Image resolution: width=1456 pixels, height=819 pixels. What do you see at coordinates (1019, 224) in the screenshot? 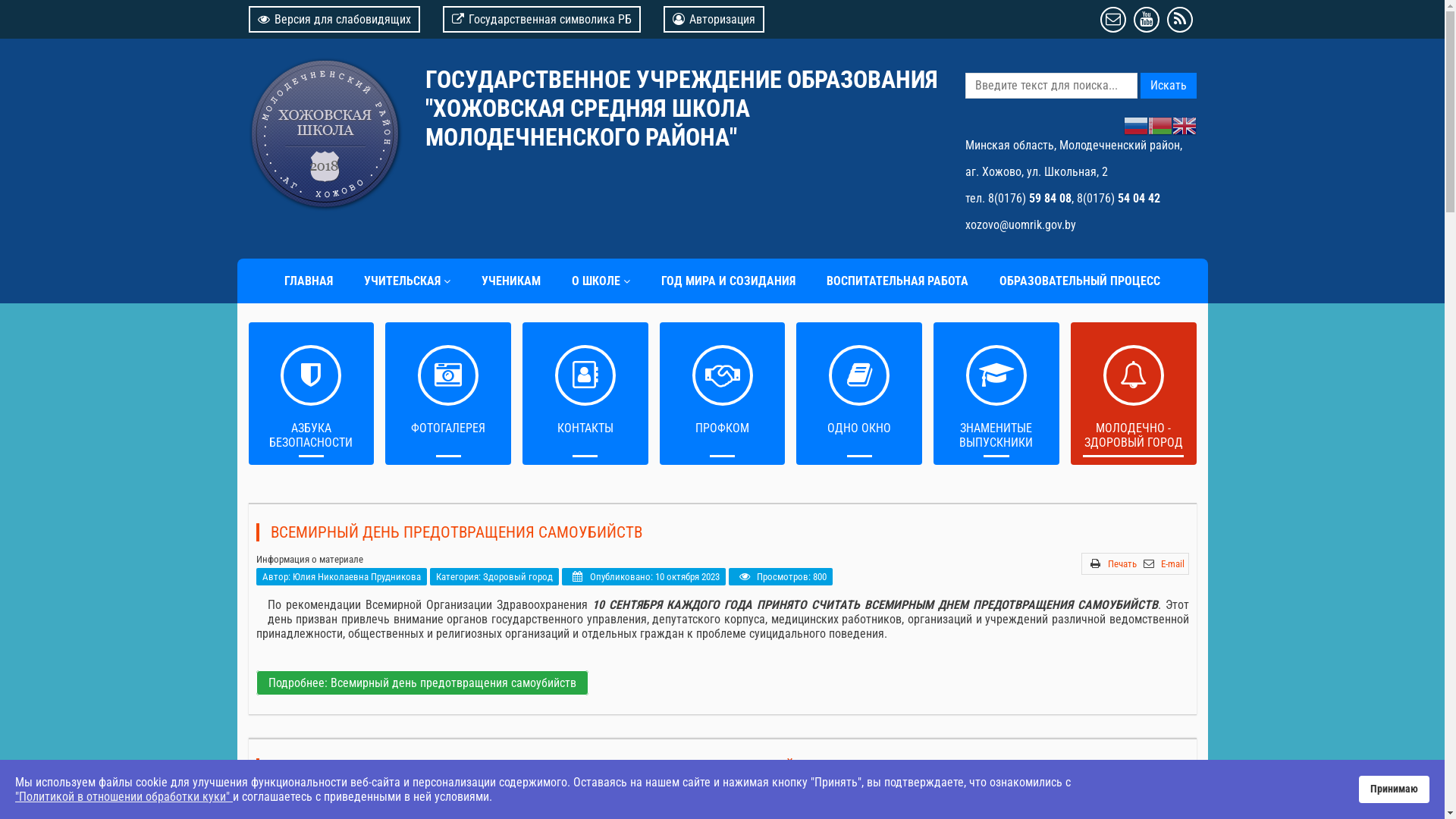
I see `'xozovo@uomrik.gov.by'` at bounding box center [1019, 224].